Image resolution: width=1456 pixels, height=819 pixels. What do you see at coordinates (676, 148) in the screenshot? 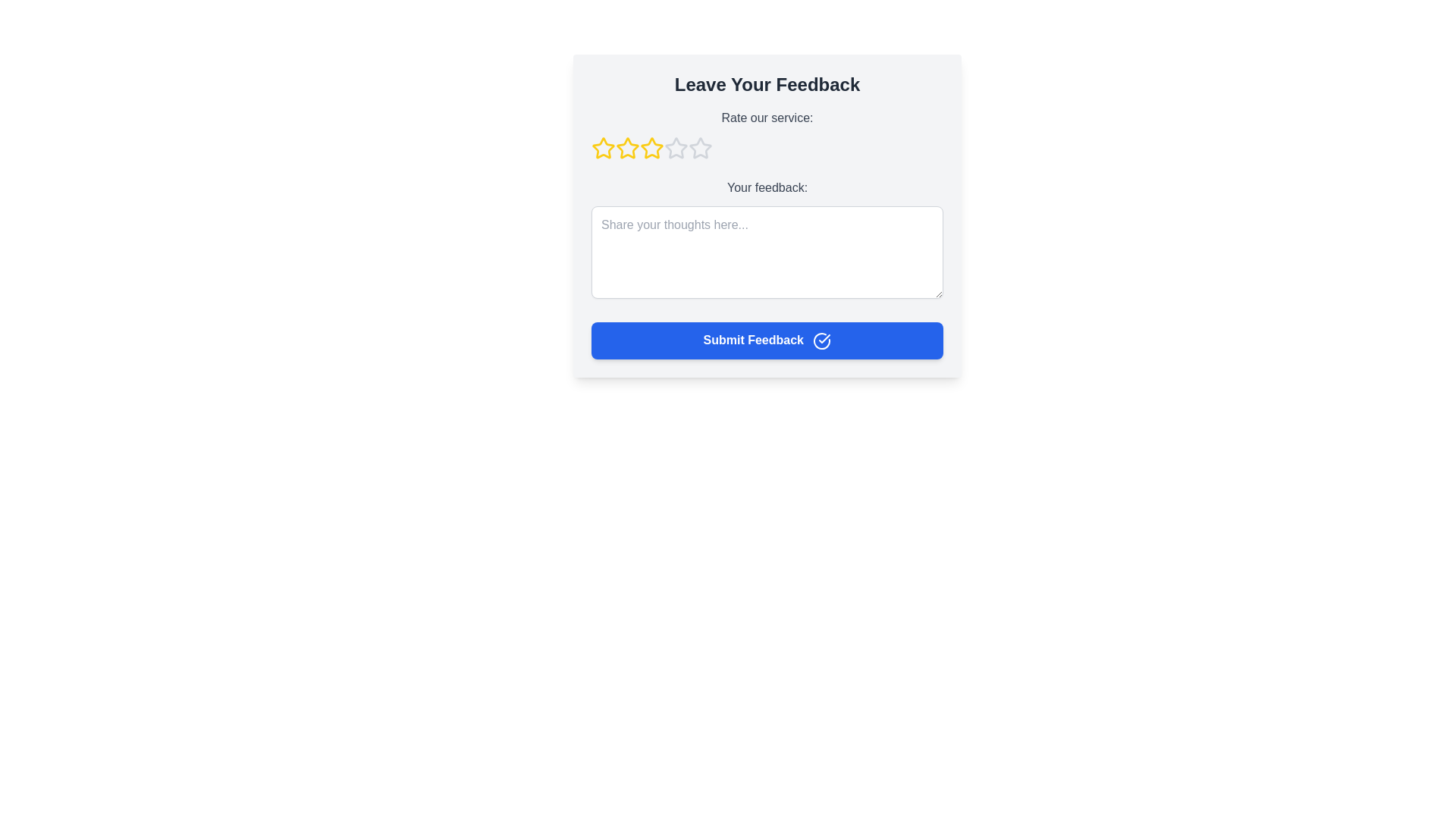
I see `the fourth star in the rating graphic to assign a four-star rating under the 'Rate our service' section` at bounding box center [676, 148].